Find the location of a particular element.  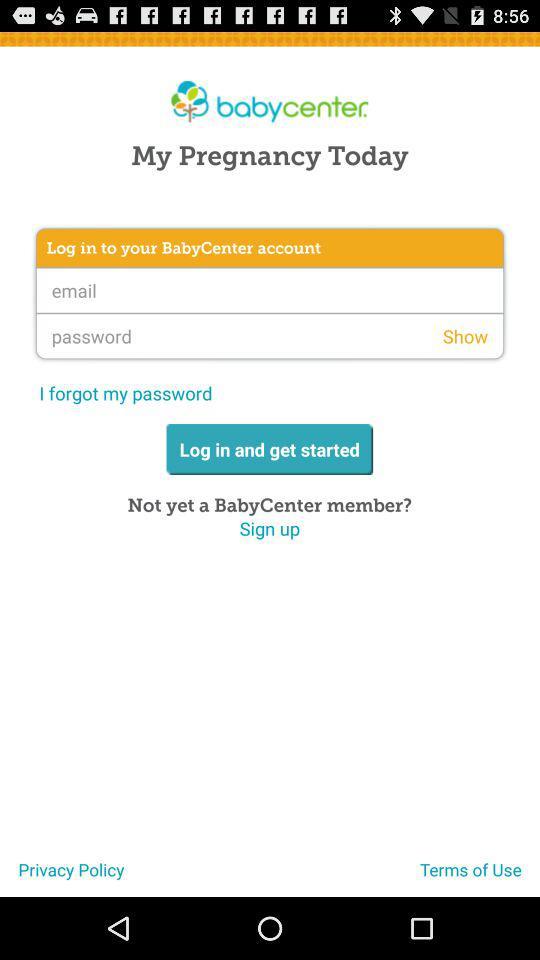

the item next to privacy policy app is located at coordinates (479, 876).